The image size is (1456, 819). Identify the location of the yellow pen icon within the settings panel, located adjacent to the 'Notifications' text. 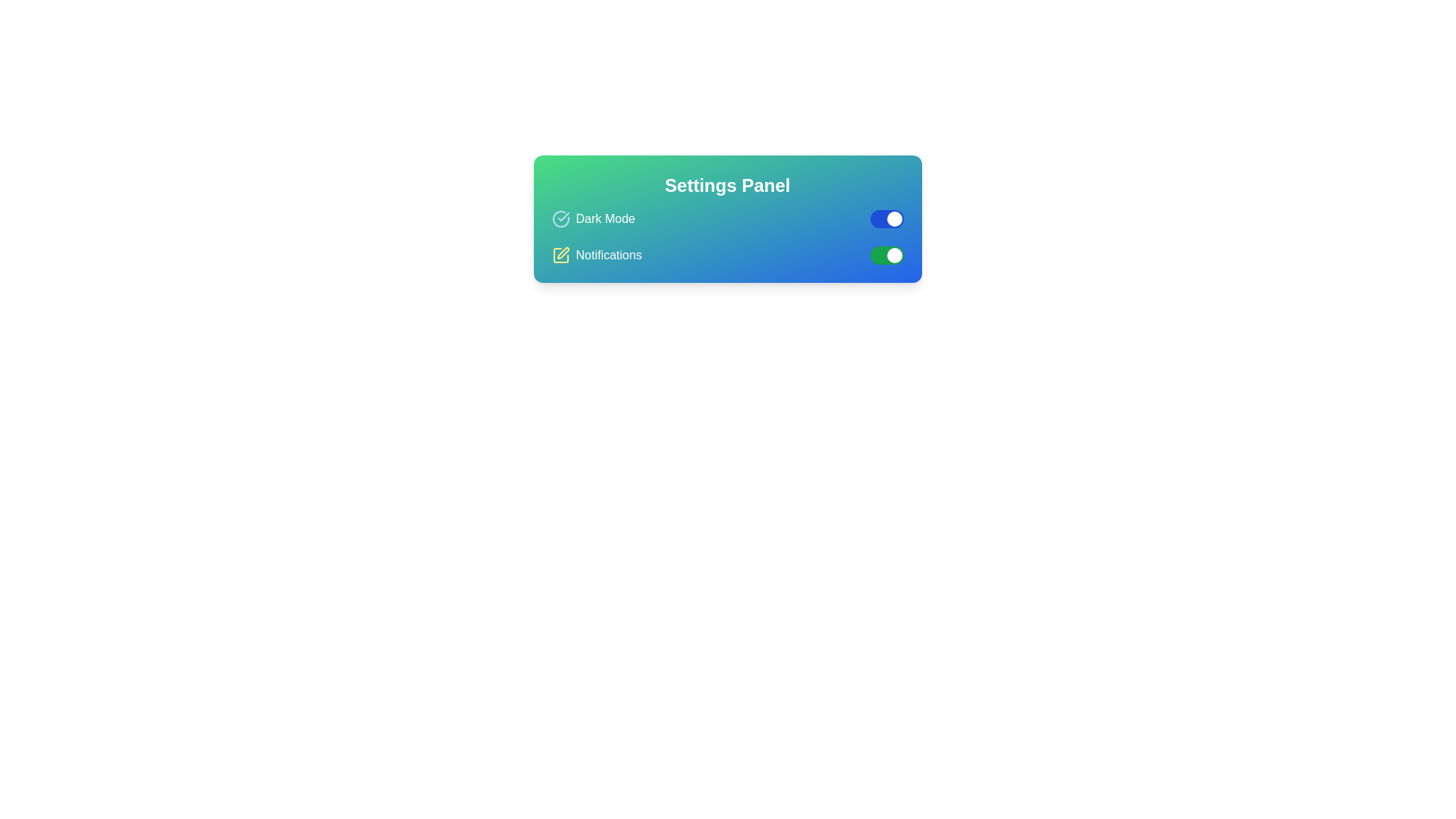
(560, 254).